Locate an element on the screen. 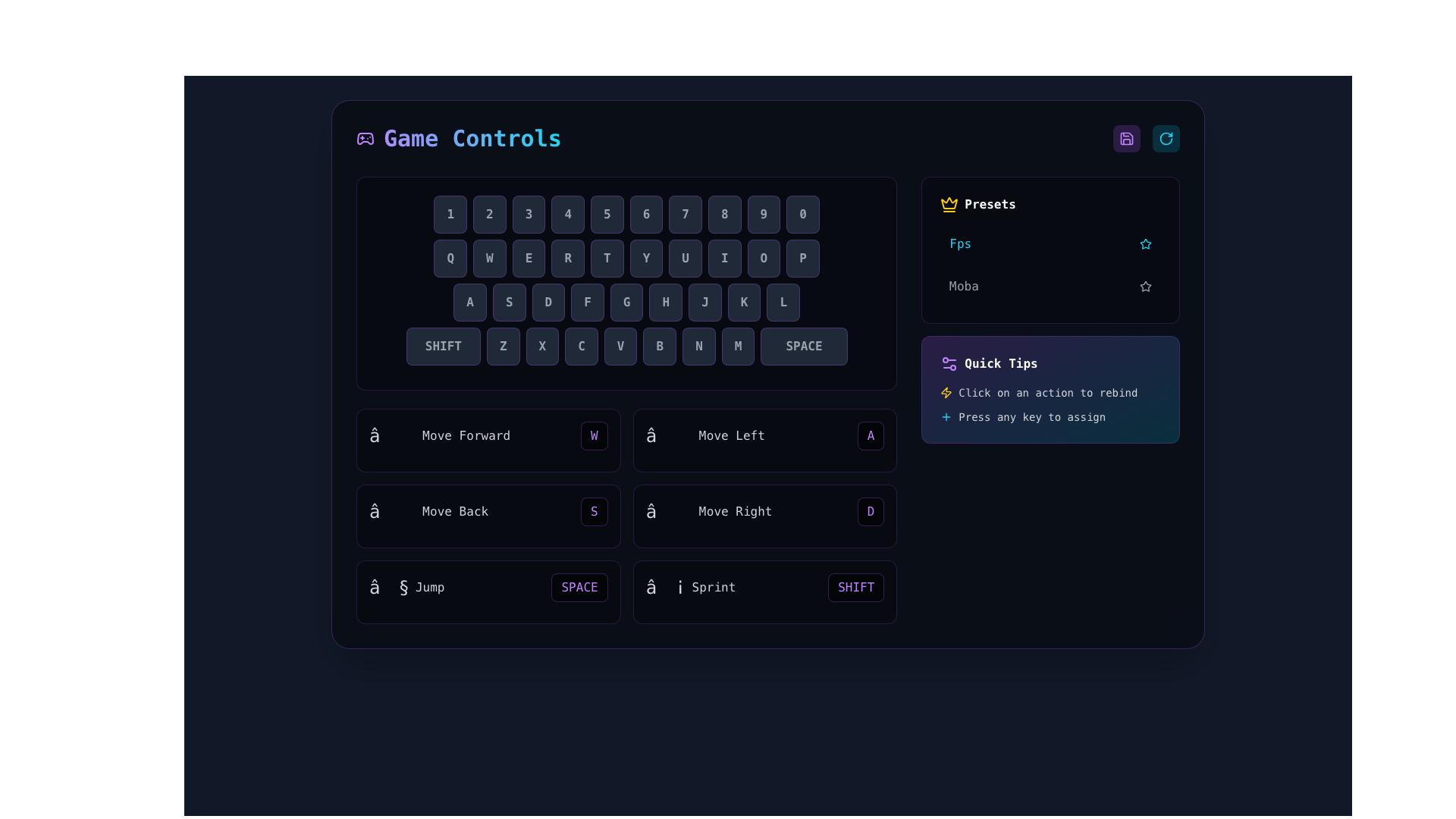 This screenshot has height=819, width=1456. the keyboard key labeled 'O', which is the 9th key in the second row, to use it is located at coordinates (764, 257).